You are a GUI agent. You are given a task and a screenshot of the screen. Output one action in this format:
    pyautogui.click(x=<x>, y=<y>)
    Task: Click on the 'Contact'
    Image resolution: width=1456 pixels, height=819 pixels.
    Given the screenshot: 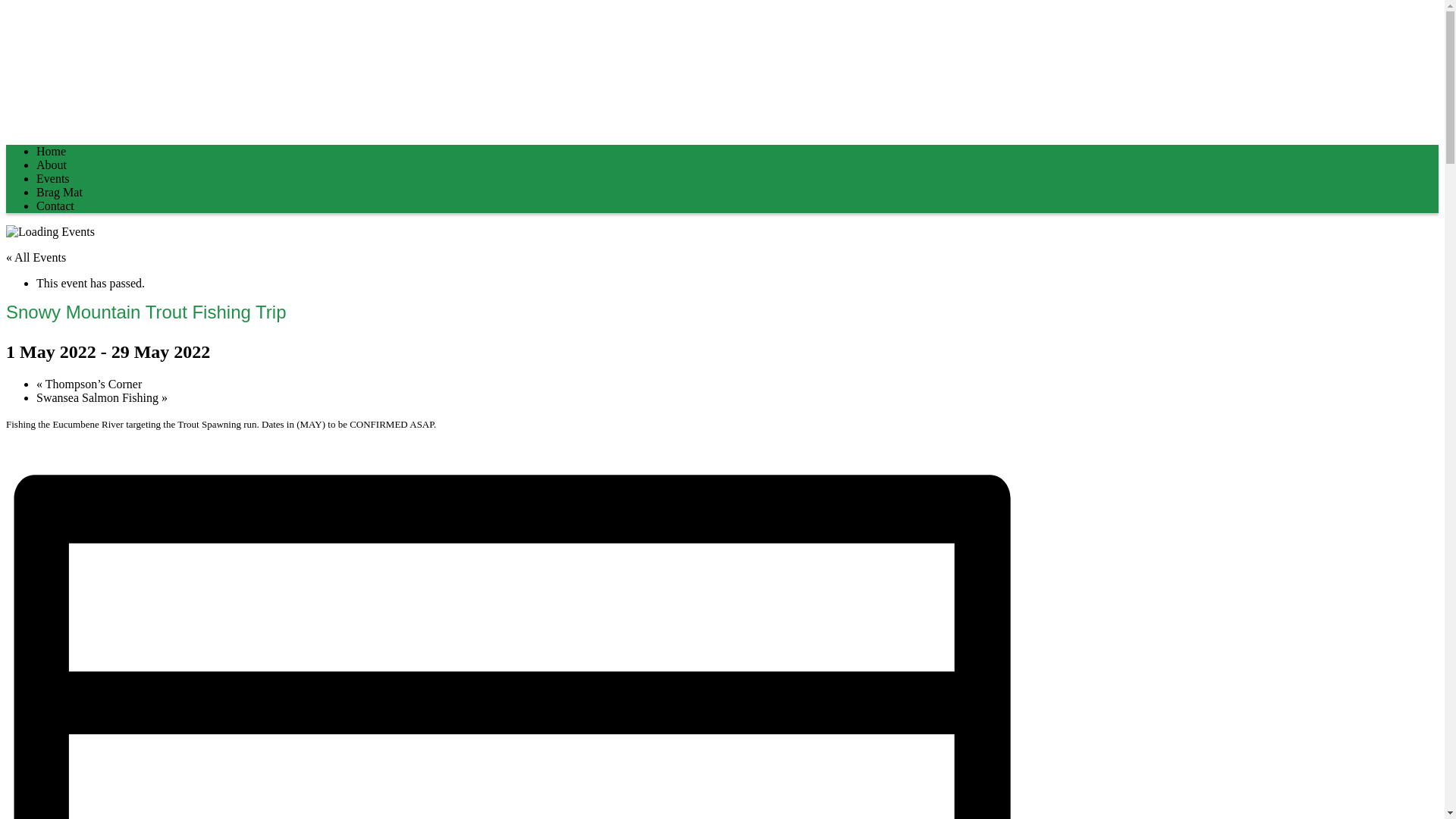 What is the action you would take?
    pyautogui.click(x=36, y=206)
    